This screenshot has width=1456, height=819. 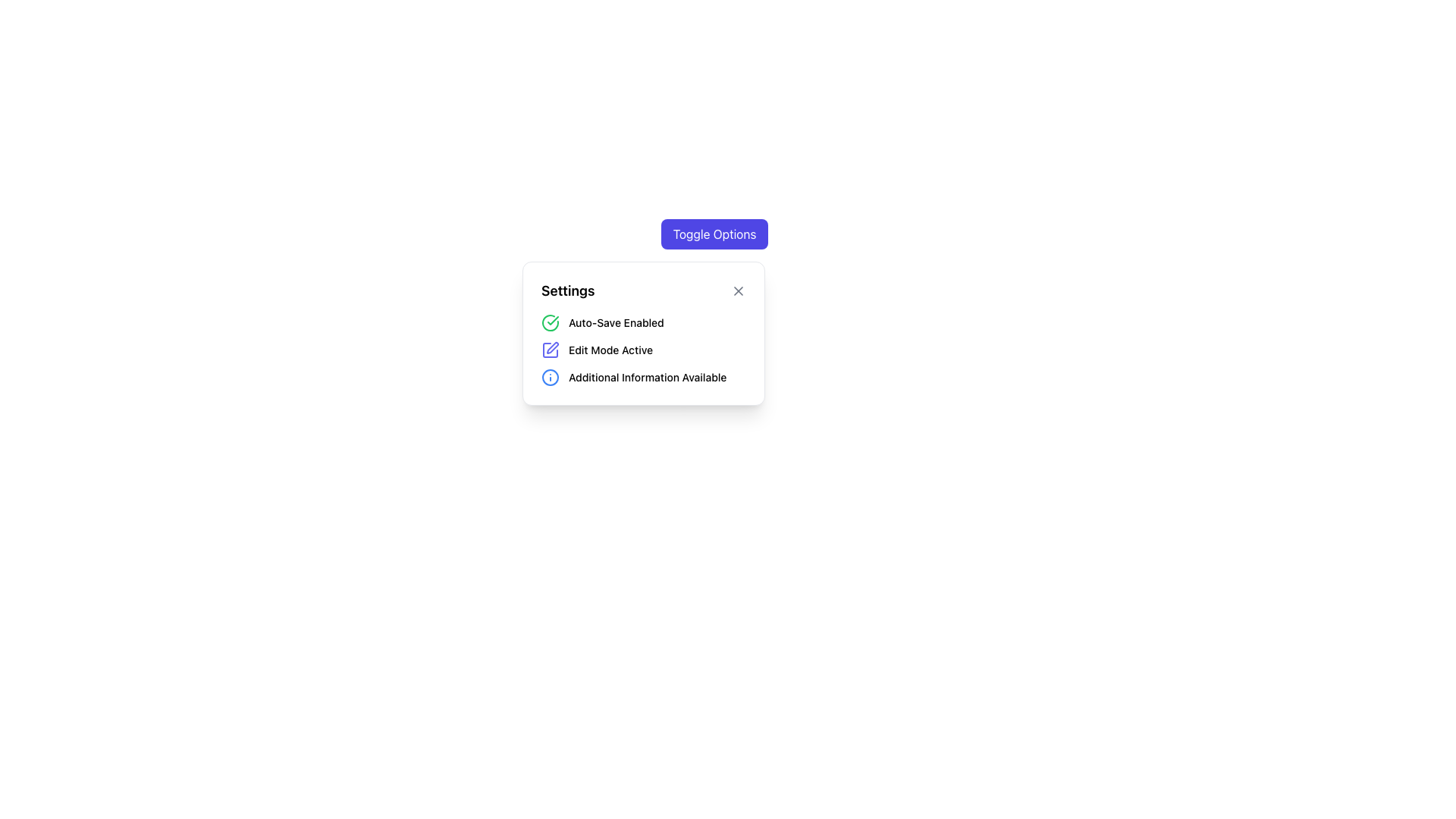 I want to click on the text label indicating that the edit mode is active, located in the middle section of the settings card, immediately to the right of the blue pen icon, so click(x=610, y=350).